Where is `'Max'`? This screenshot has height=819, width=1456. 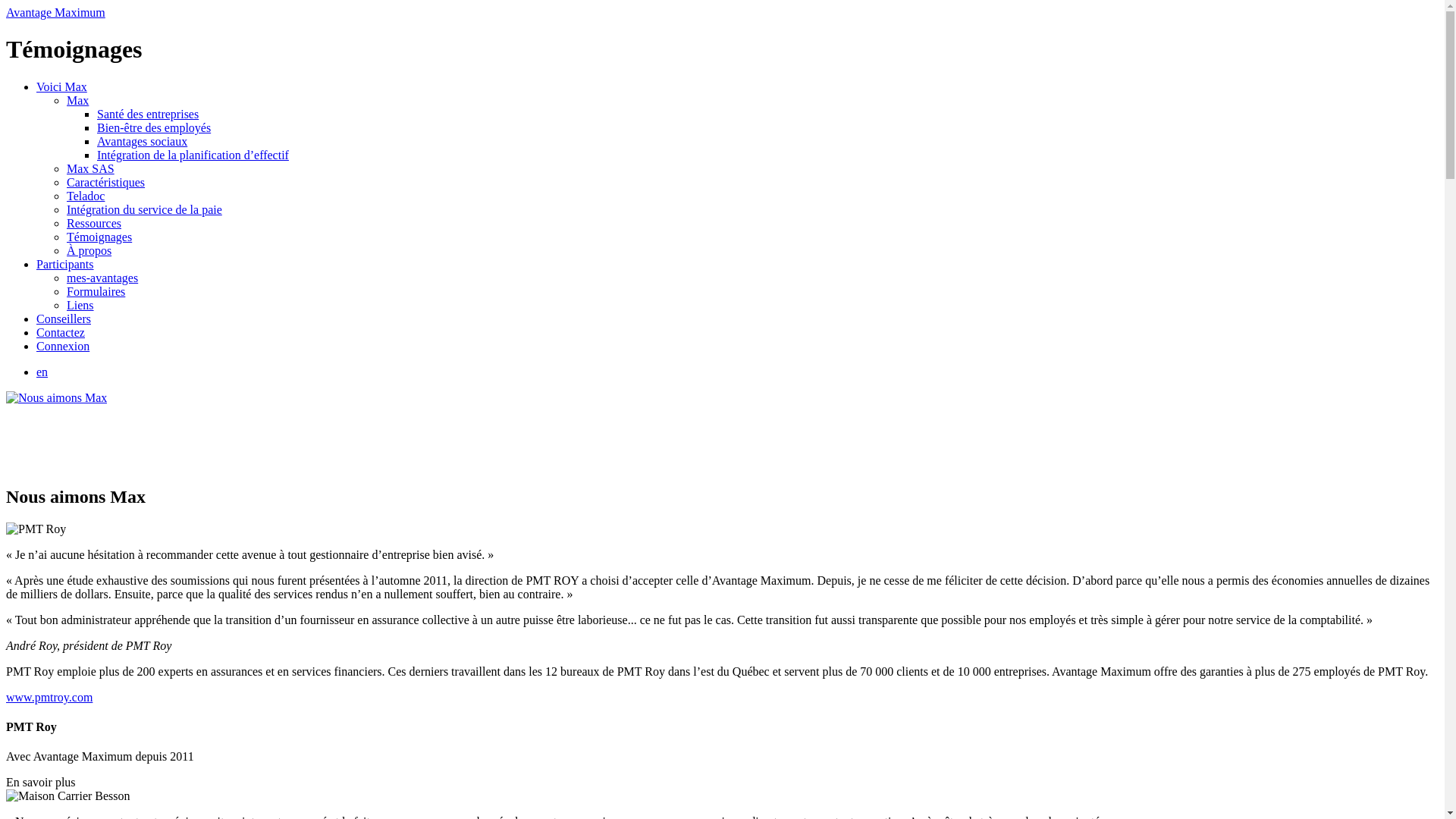
'Max' is located at coordinates (77, 100).